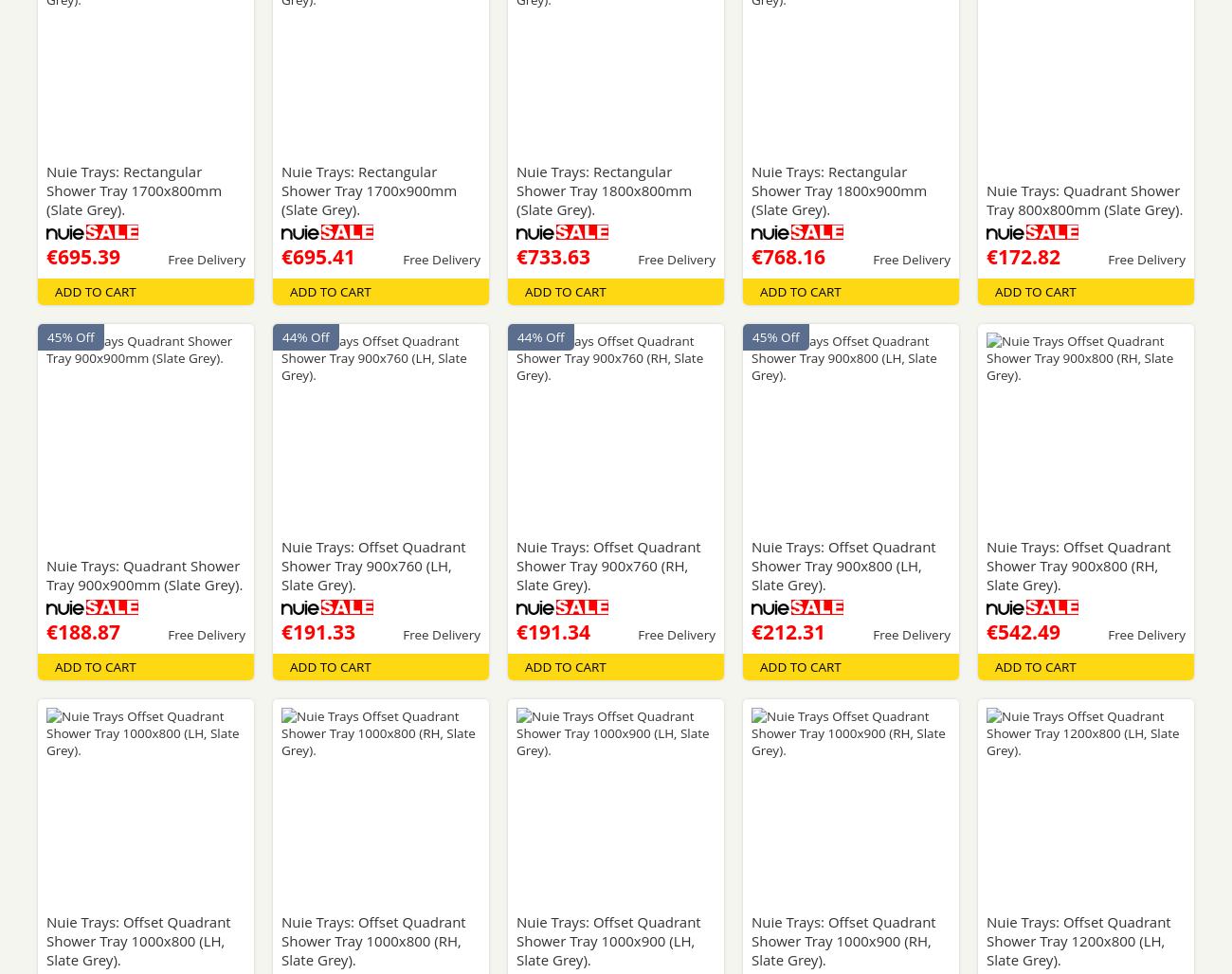 The width and height of the screenshot is (1232, 974). What do you see at coordinates (373, 564) in the screenshot?
I see `'Nuie Trays: Offset Quadrant Shower Tray 900x760 (LH, Slate Grey).'` at bounding box center [373, 564].